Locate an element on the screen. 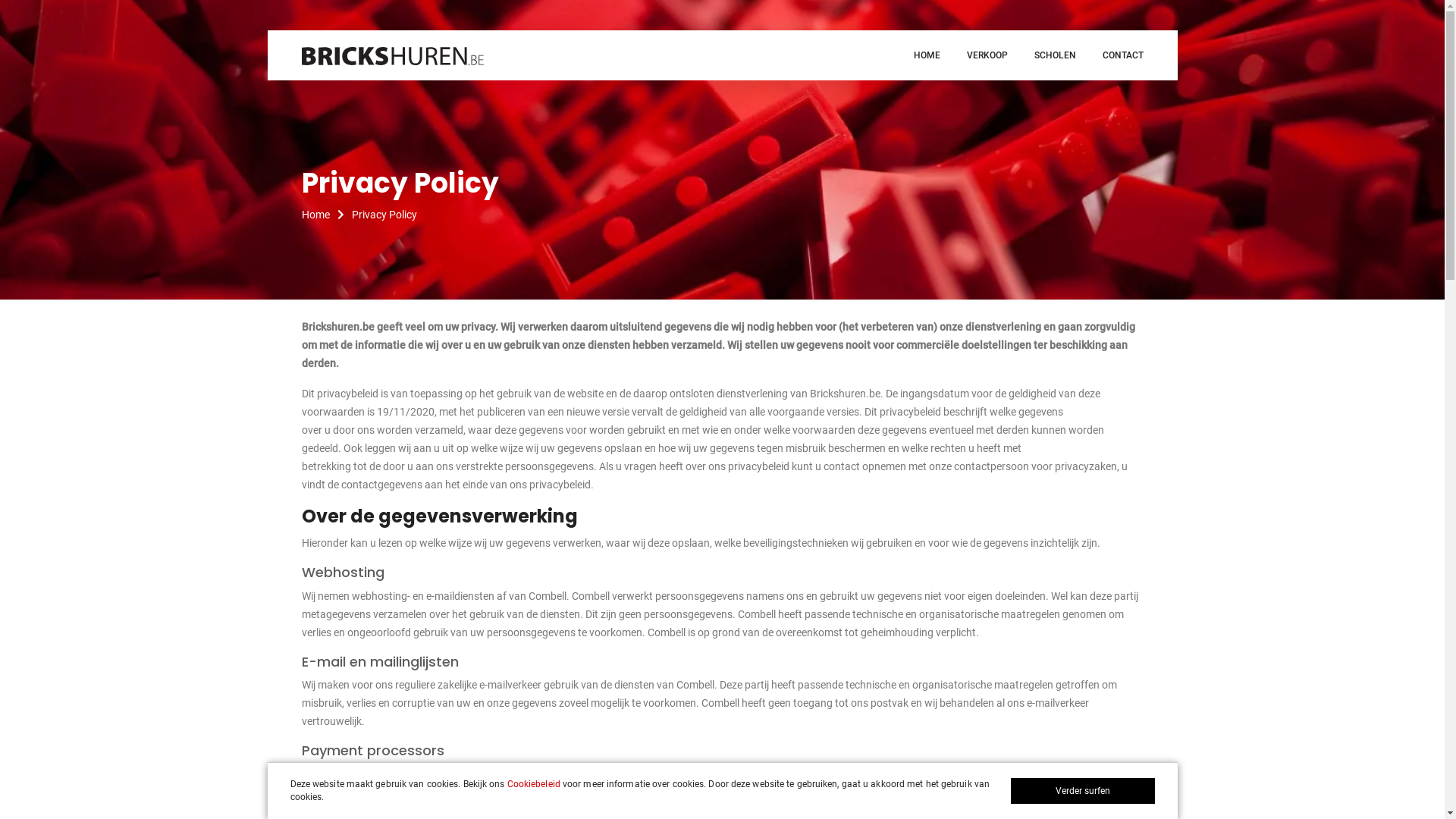 This screenshot has width=1456, height=819. 'Verder surfen' is located at coordinates (1009, 789).